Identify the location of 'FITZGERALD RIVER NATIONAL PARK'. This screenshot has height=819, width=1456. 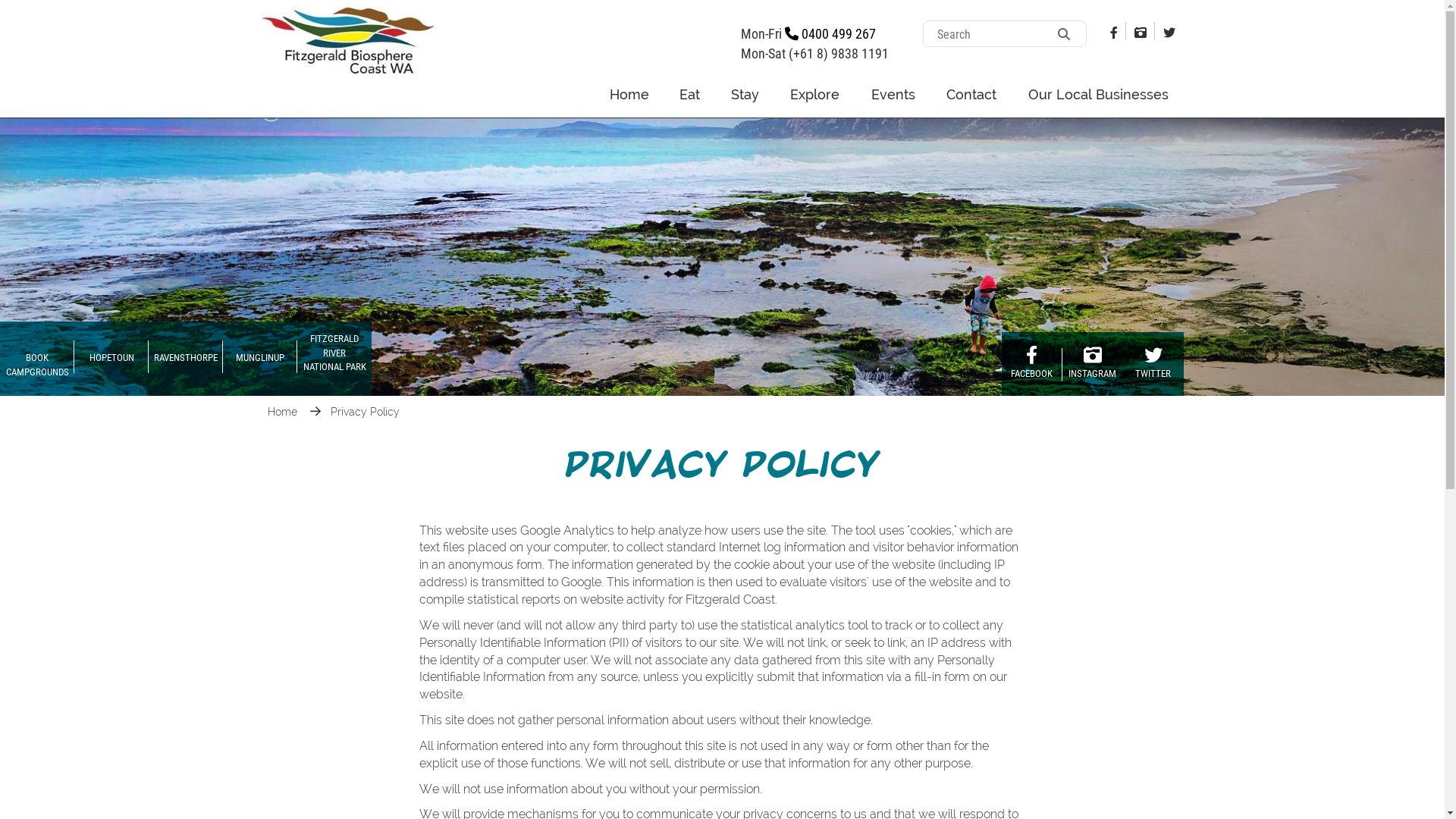
(334, 359).